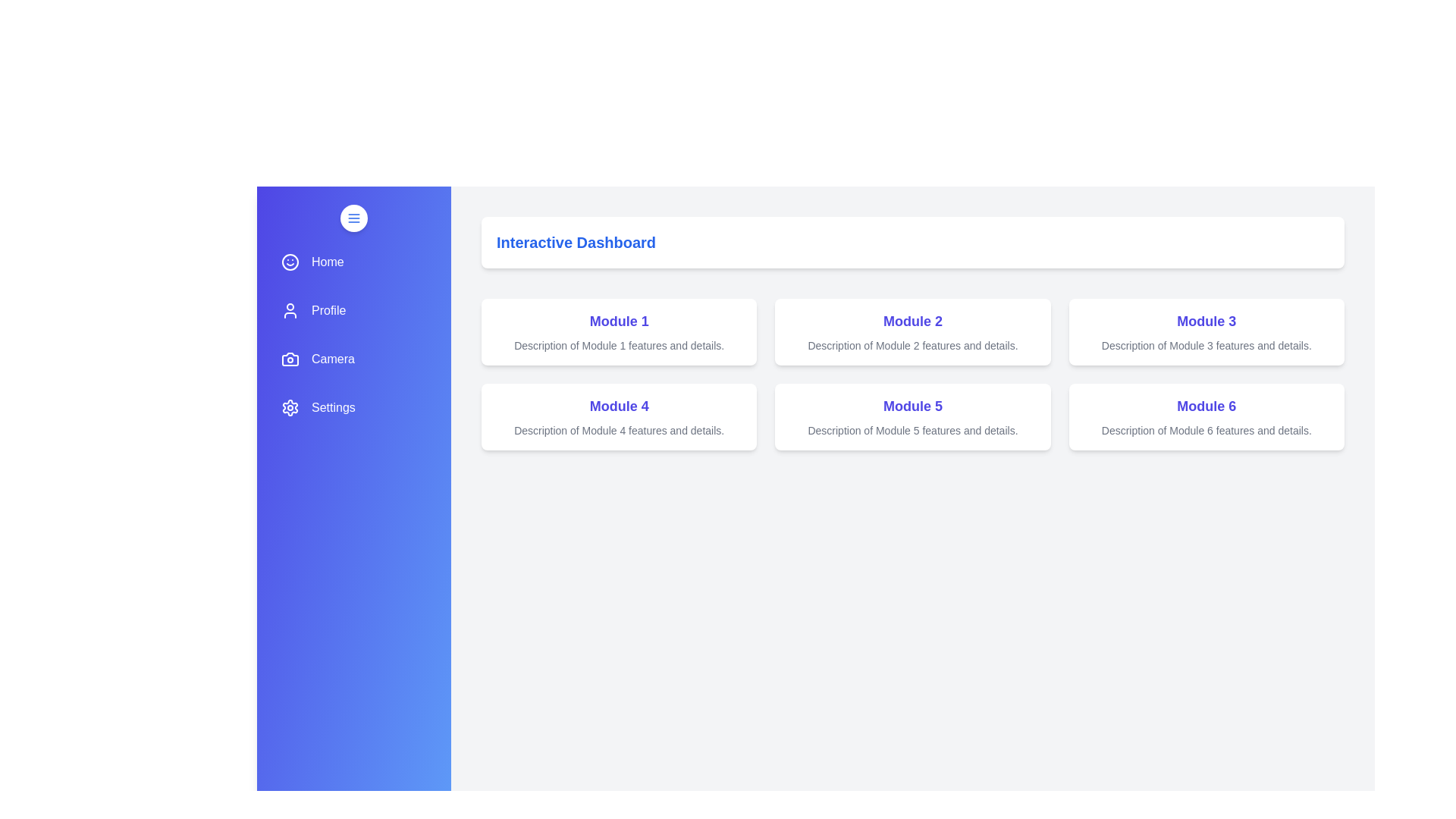 The width and height of the screenshot is (1456, 819). I want to click on the central circular part of the smiley face icon in the left sidebar for interaction, so click(290, 262).